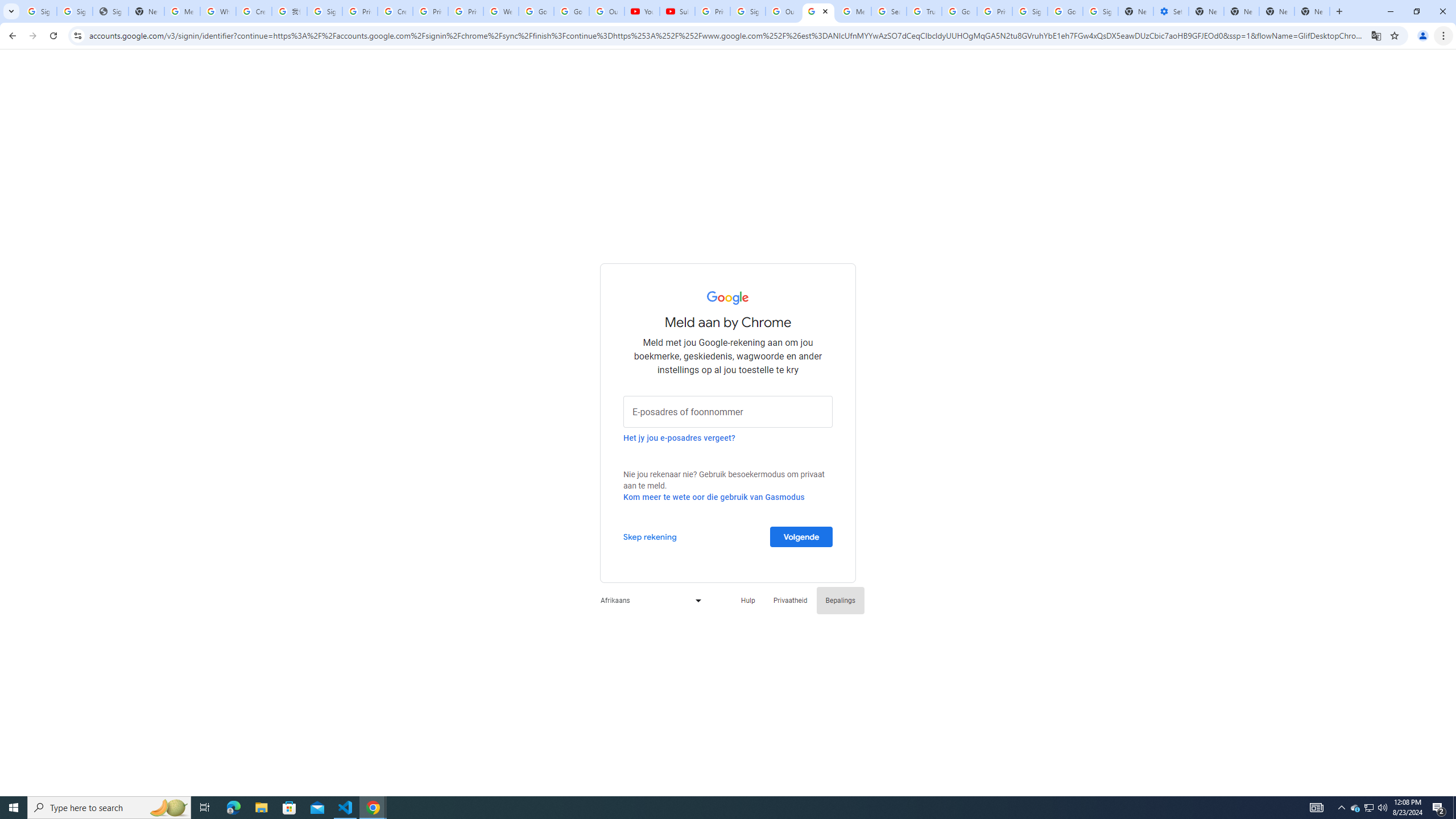  What do you see at coordinates (500, 11) in the screenshot?
I see `'Welcome to My Activity'` at bounding box center [500, 11].